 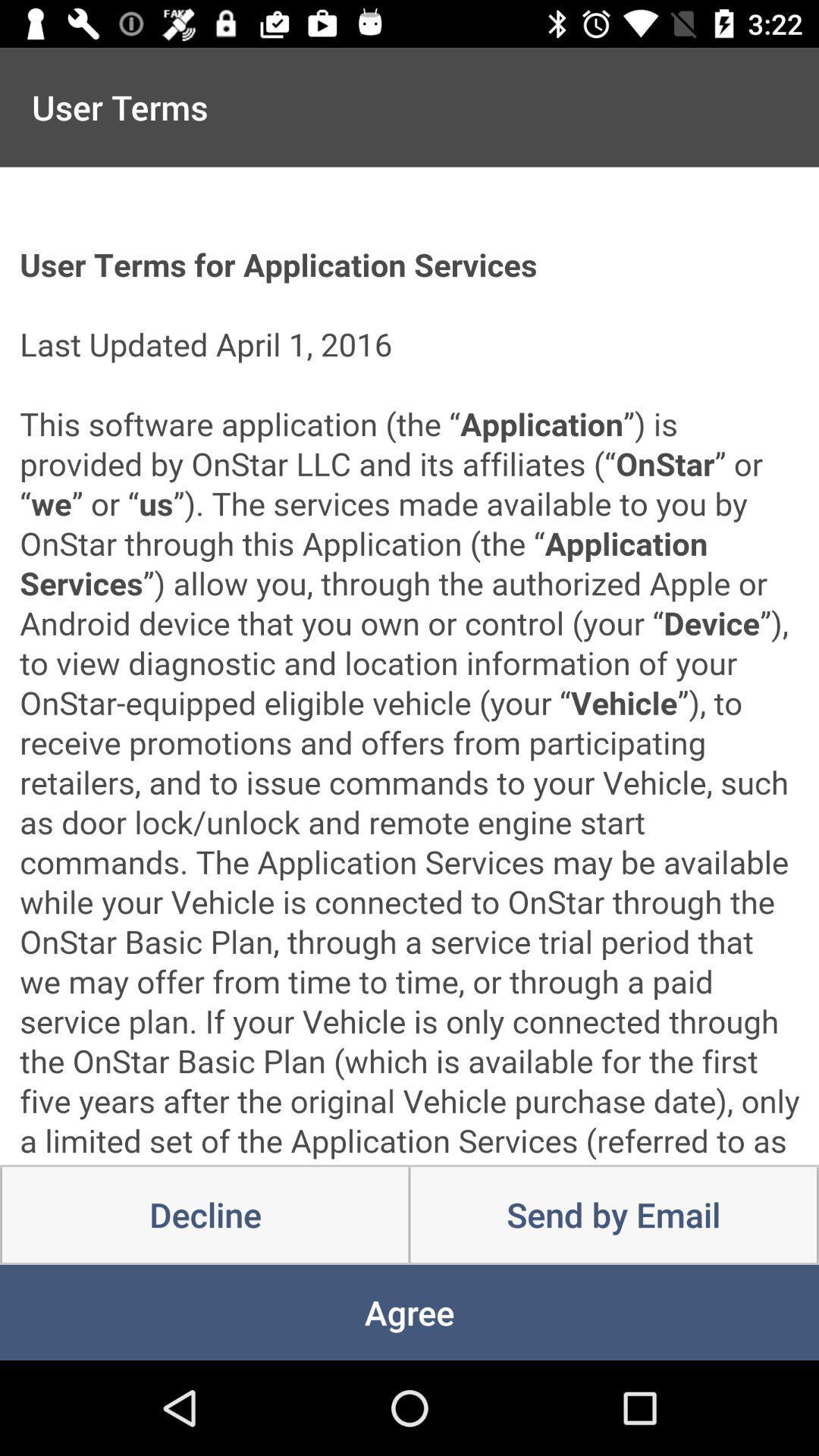 I want to click on send by email, so click(x=613, y=1215).